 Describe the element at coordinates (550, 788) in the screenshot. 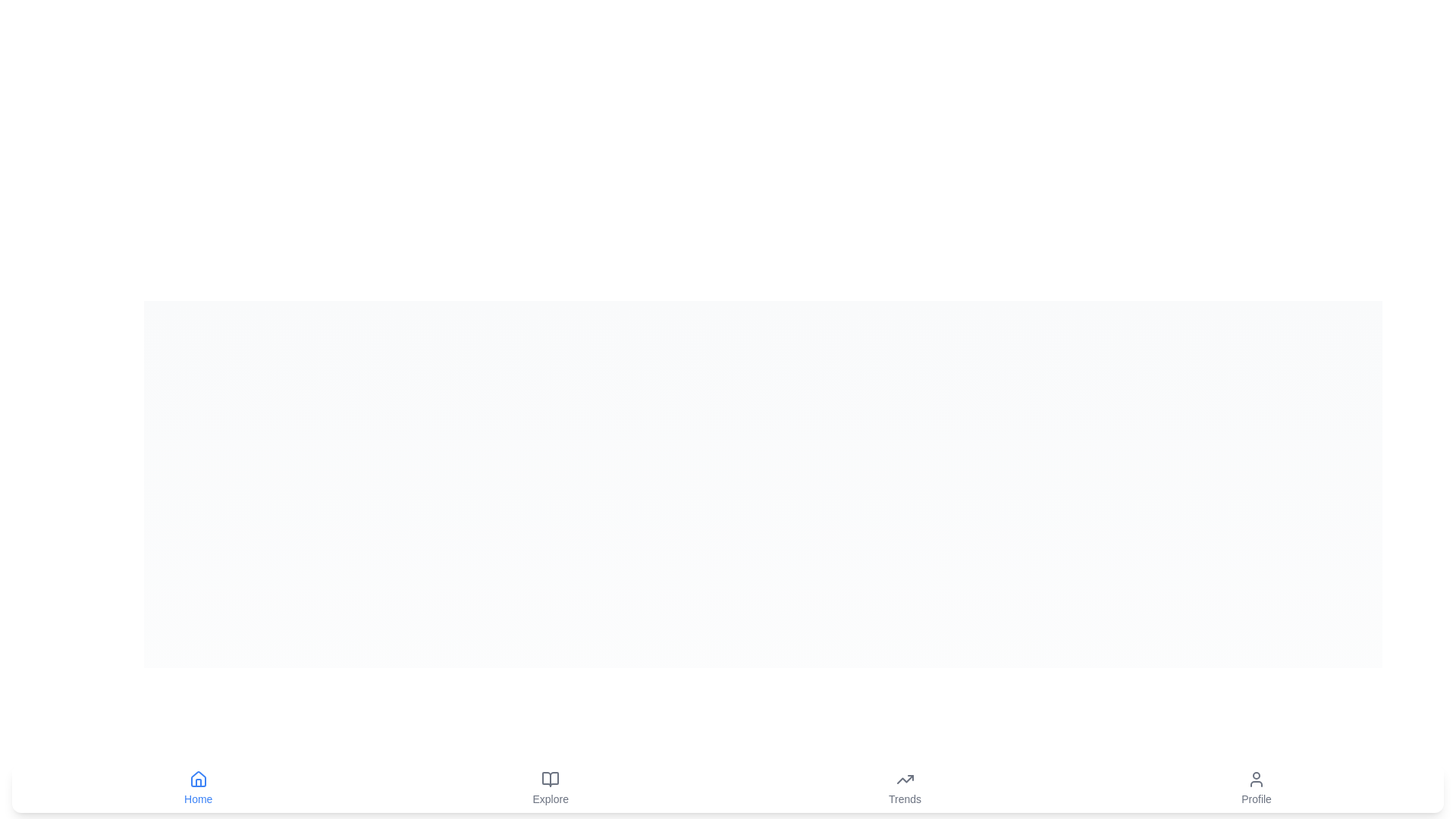

I see `the tab labeled Explore to navigate to the respective section` at that location.